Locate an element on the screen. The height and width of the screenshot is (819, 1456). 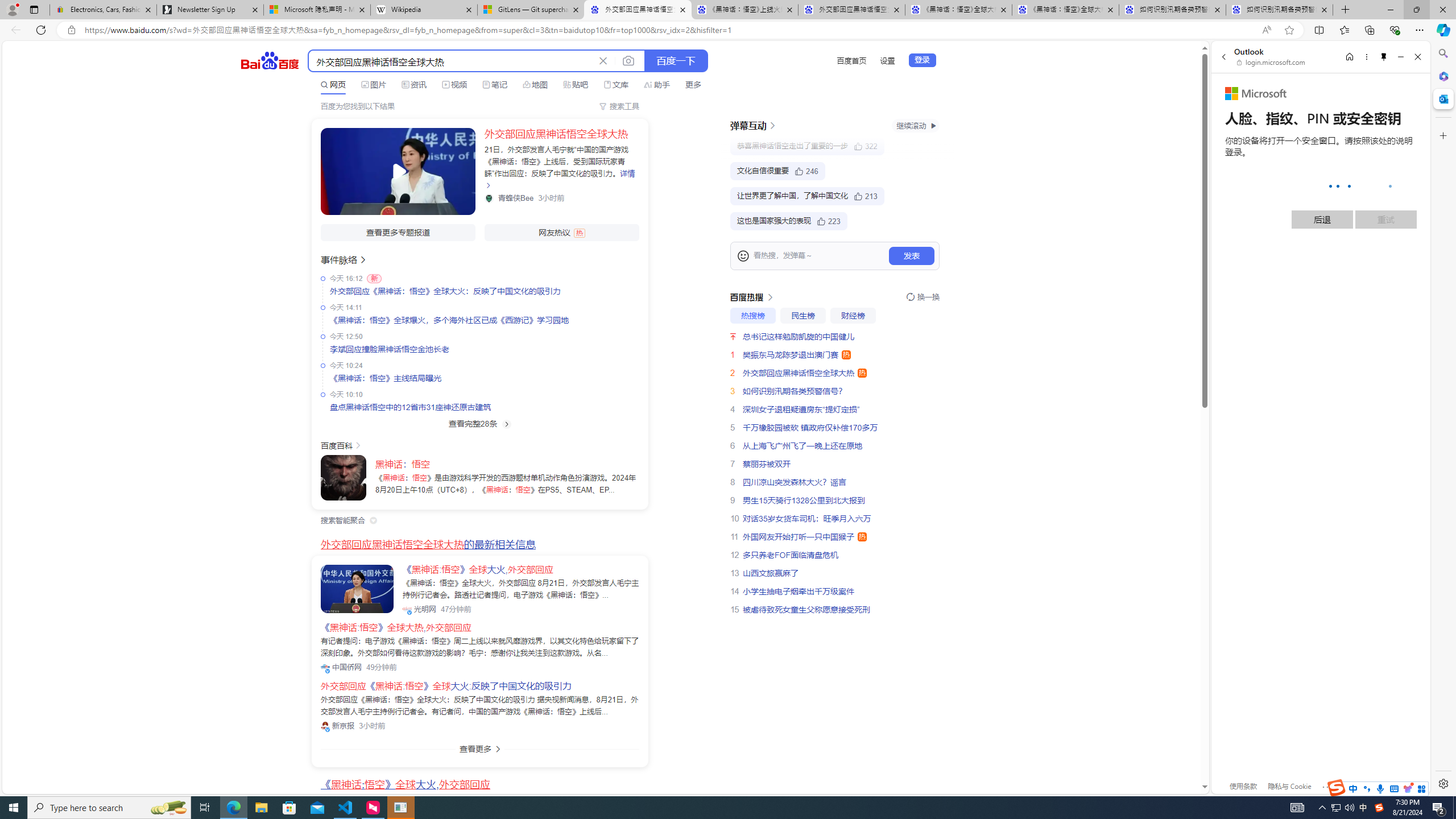
'AutomationID: kw' is located at coordinates (452, 61).